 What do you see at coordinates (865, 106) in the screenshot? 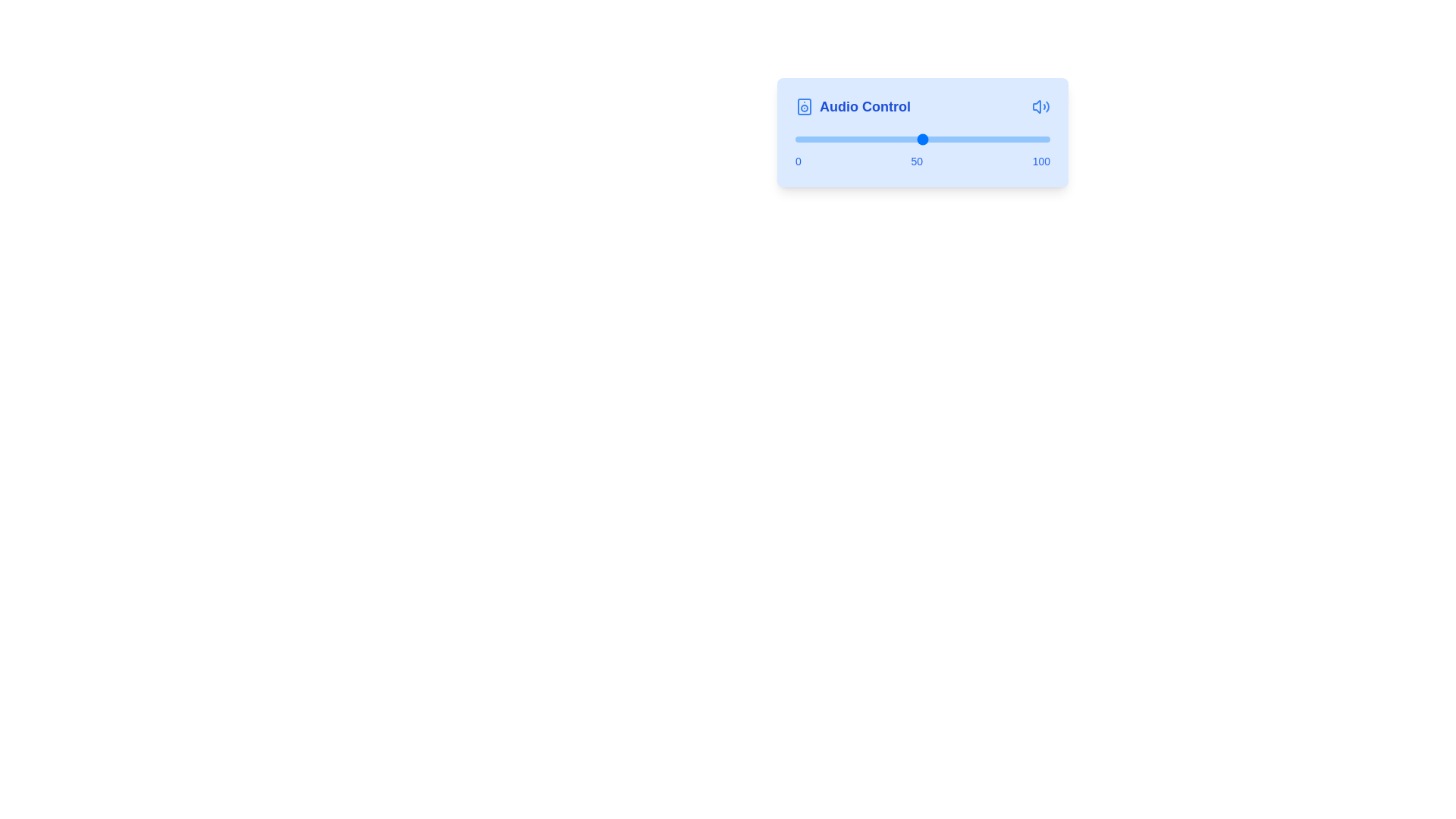
I see `the static text label 'Audio Control' which serves as a descriptive title for the audio control panel, located to the right of the audio speaker icon` at bounding box center [865, 106].